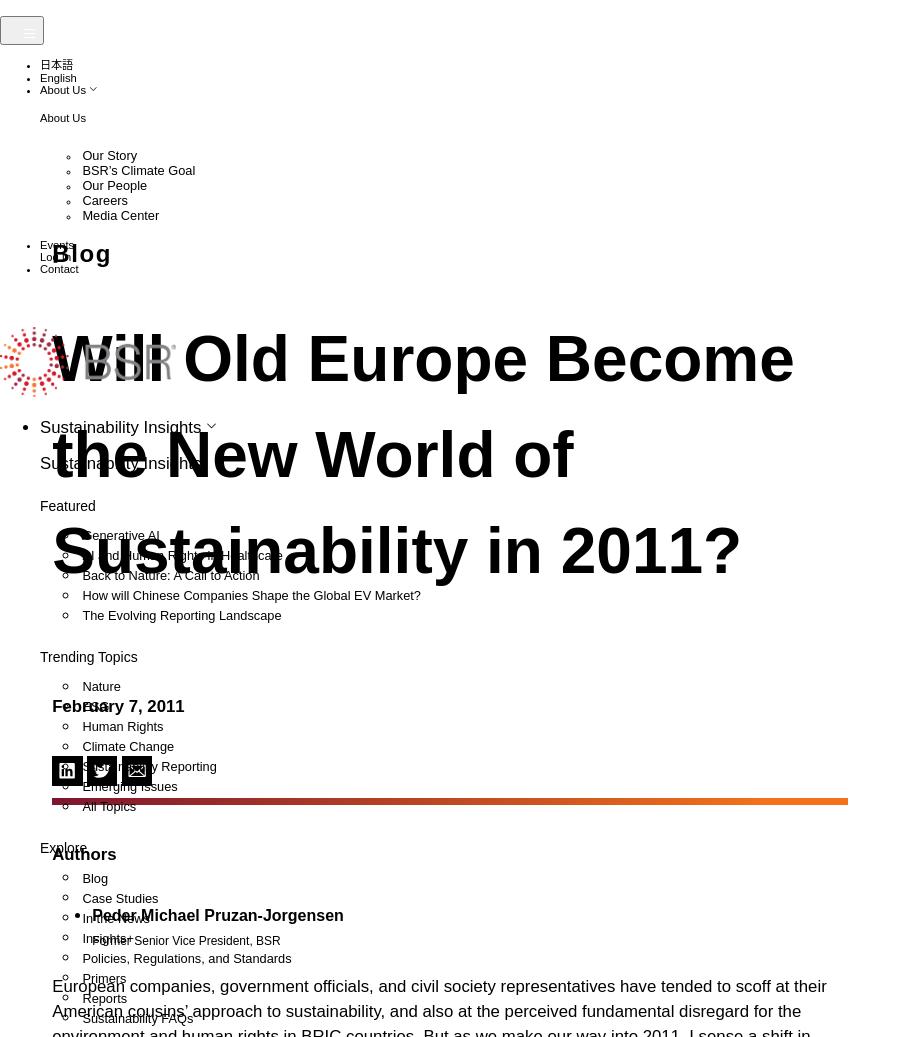 The width and height of the screenshot is (900, 1037). I want to click on 'About BSR', so click(92, 337).